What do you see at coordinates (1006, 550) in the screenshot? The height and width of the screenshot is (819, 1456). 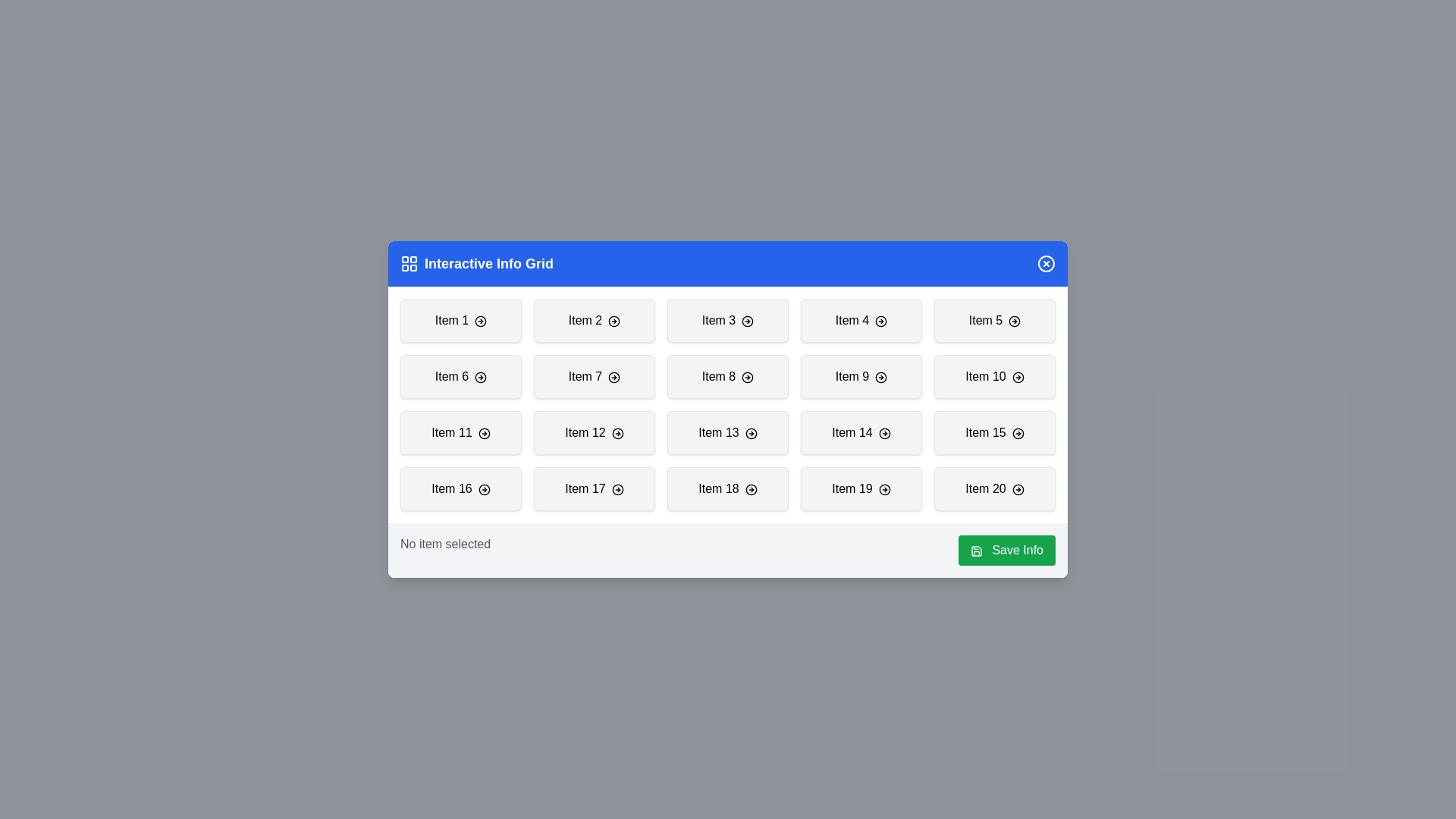 I see `the 'Save Info' button to save the selected item's information` at bounding box center [1006, 550].